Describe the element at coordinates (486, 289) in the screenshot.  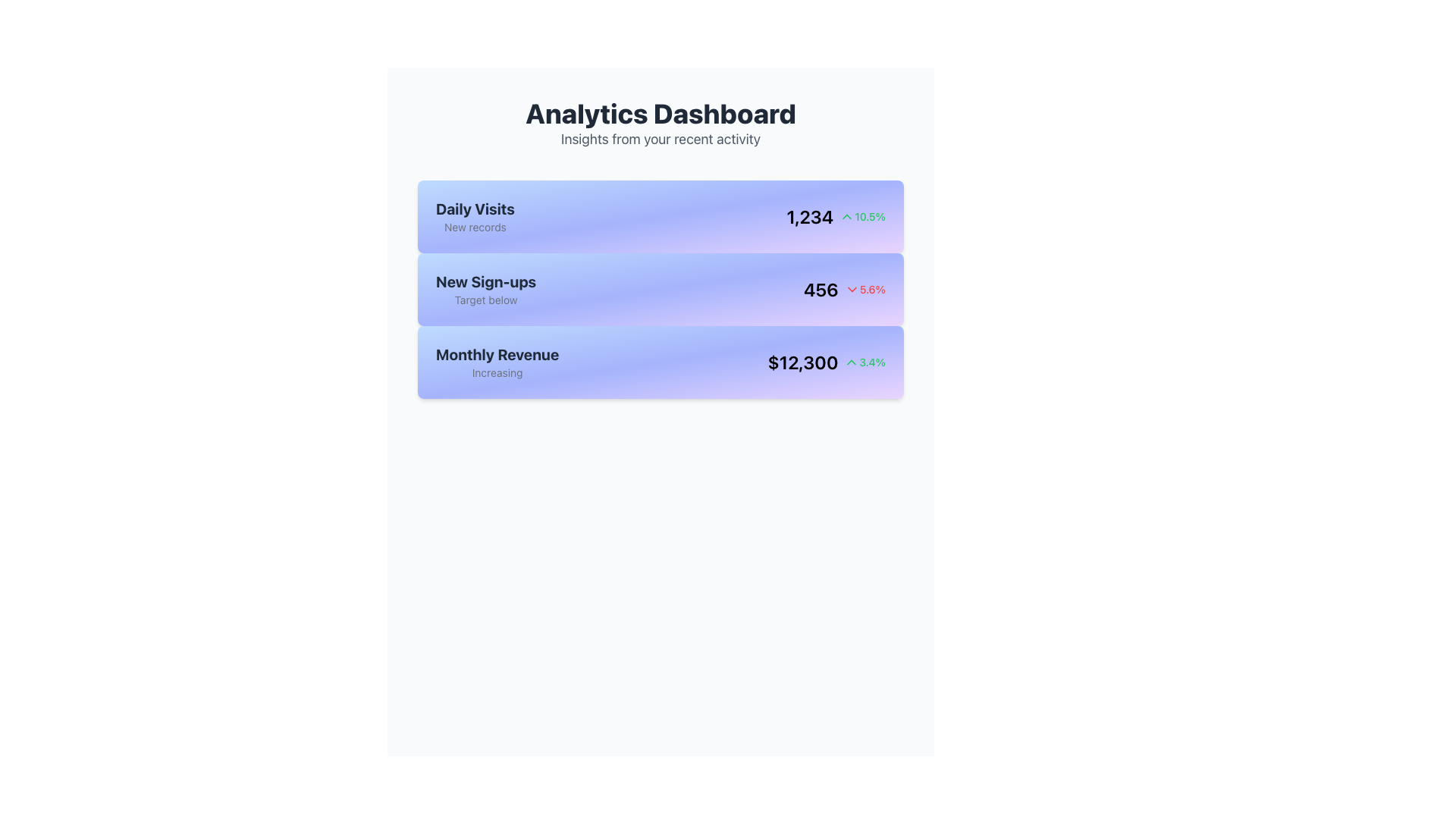
I see `the Label group with the heading 'New Sign-ups' and subtitle 'Target below' in the Analytics Dashboard interface, located in the second row of the card layout` at that location.